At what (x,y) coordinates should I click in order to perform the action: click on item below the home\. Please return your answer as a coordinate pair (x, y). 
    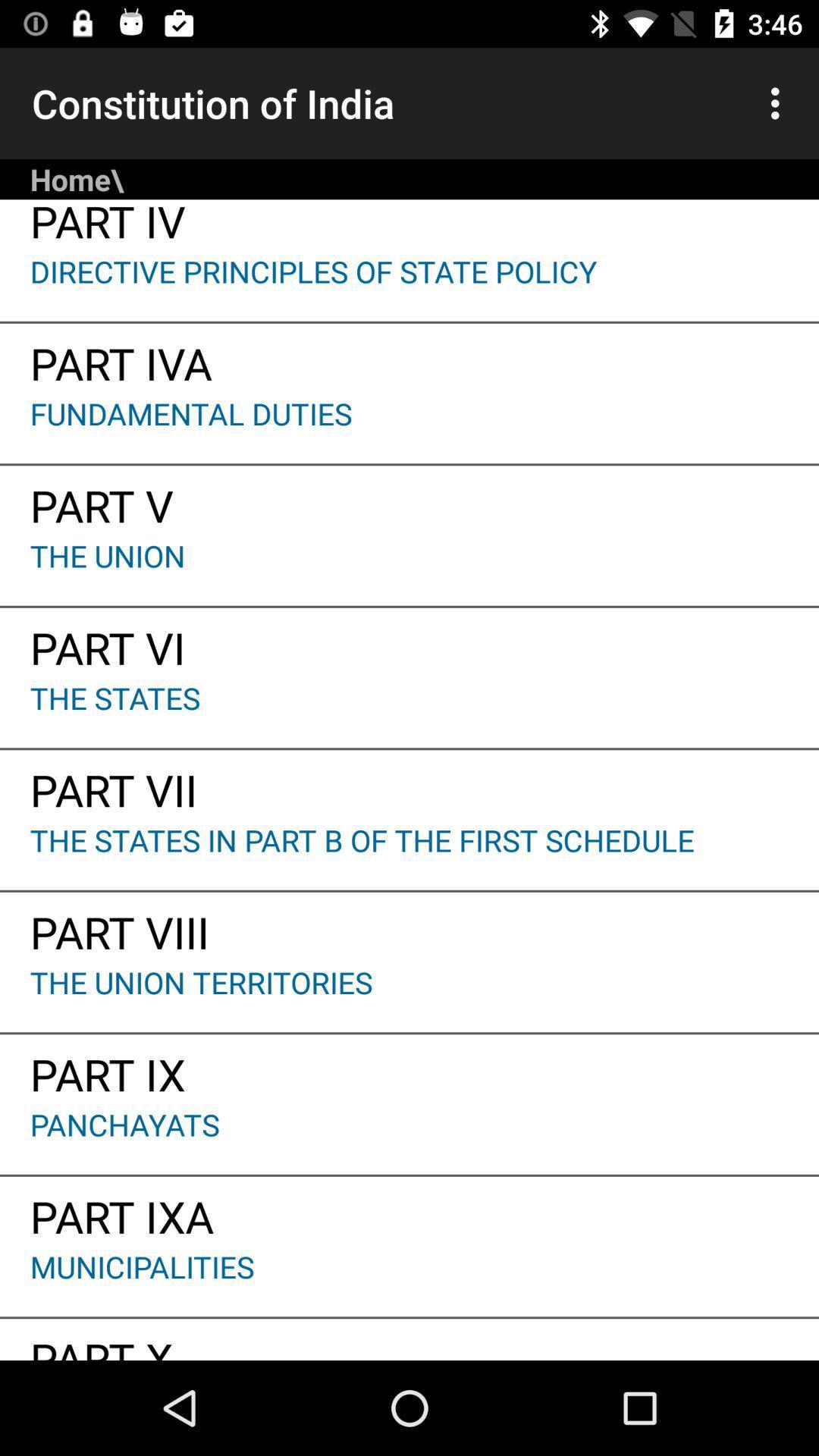
    Looking at the image, I should click on (409, 224).